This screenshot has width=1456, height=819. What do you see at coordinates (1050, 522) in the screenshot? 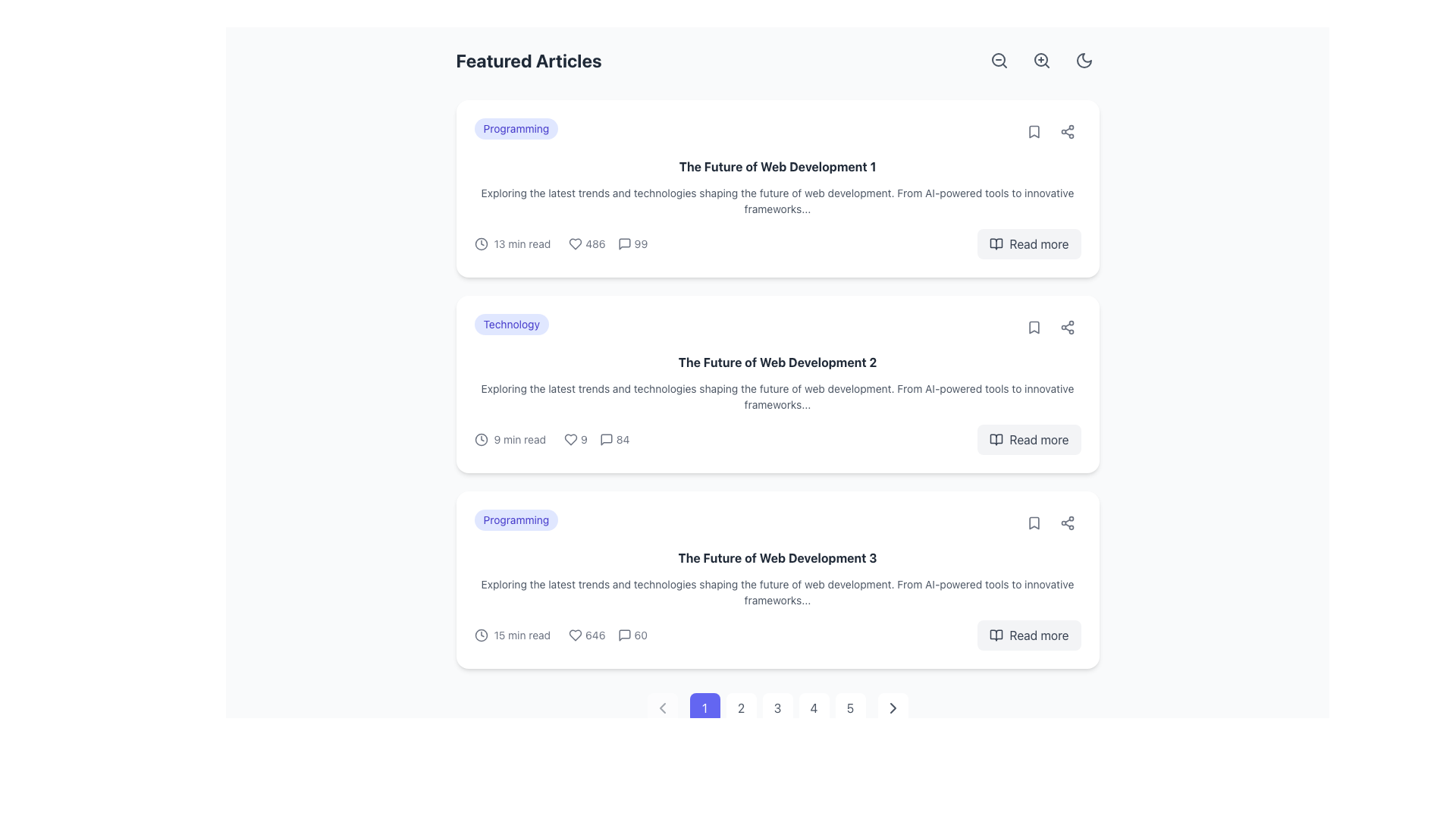
I see `the row of icons located at the top-right corner of the article card titled 'The Future of Web Development 3'` at bounding box center [1050, 522].